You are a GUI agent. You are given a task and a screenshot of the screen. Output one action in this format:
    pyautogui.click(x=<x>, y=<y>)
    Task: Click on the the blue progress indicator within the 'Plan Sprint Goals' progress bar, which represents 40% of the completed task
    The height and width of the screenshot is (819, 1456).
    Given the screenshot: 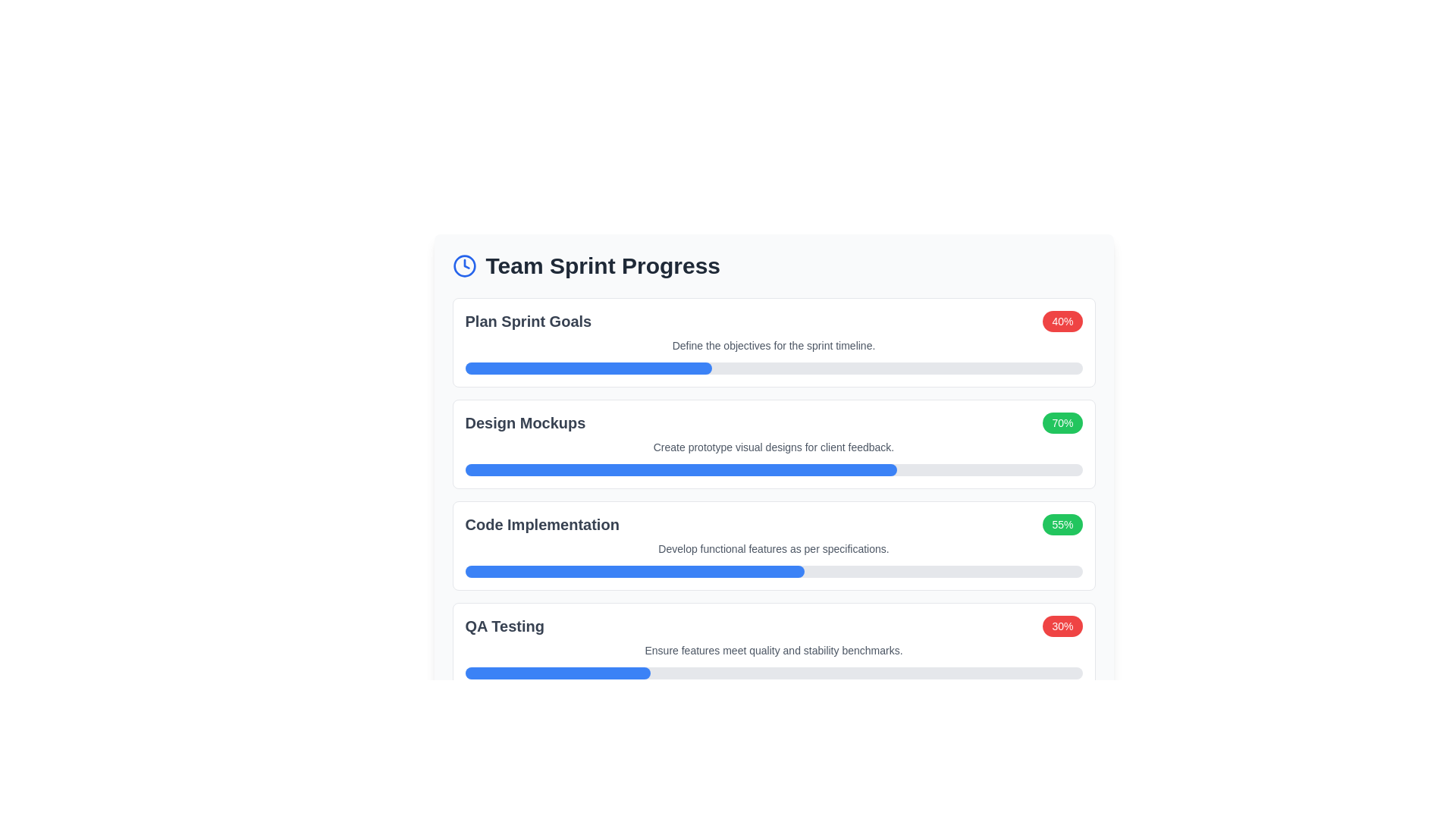 What is the action you would take?
    pyautogui.click(x=588, y=369)
    